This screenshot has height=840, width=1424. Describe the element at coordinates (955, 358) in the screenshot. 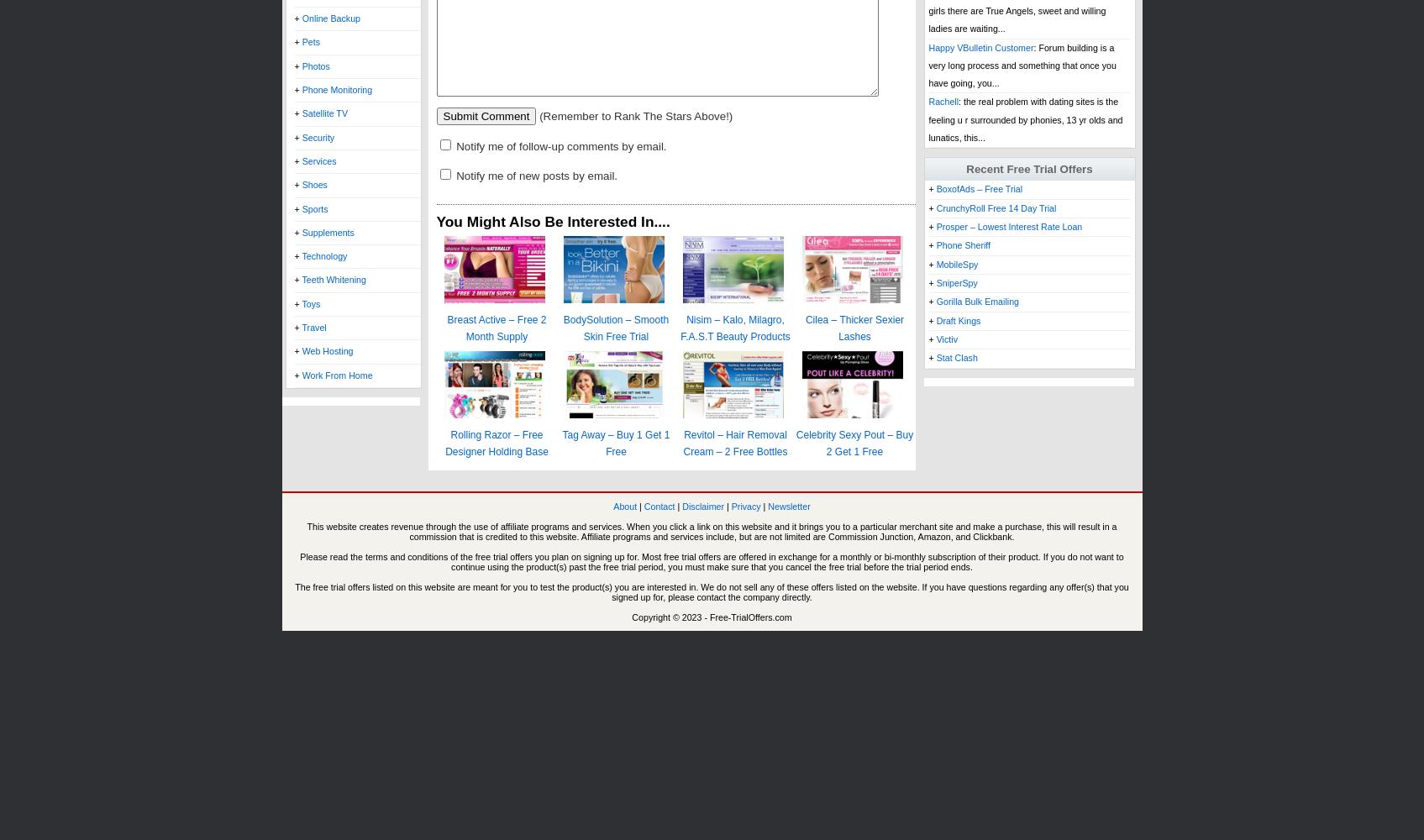

I see `'Stat Clash'` at that location.